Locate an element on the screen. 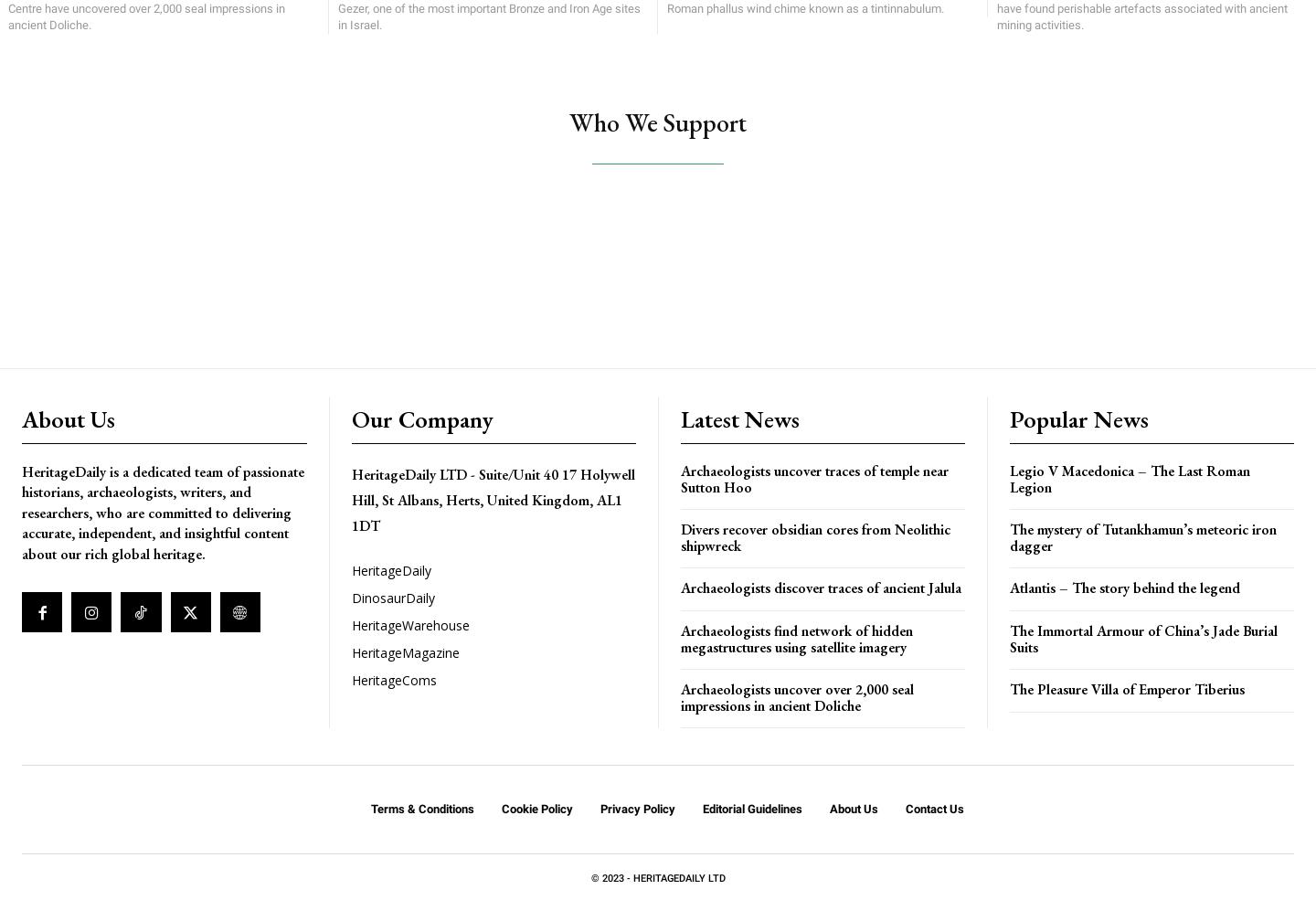  'Cookie Policy' is located at coordinates (536, 808).